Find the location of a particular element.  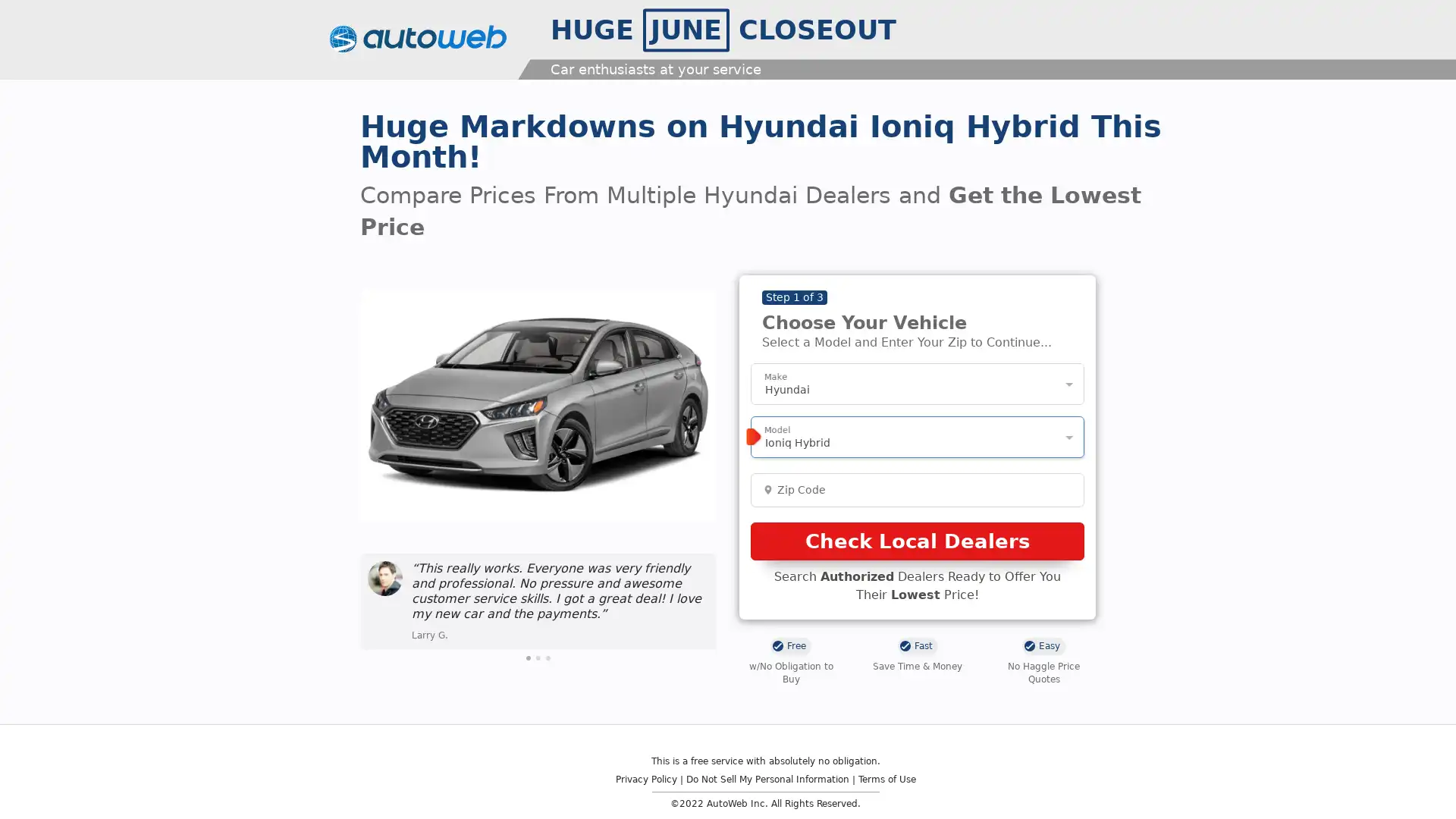

Open accessibility options, statement and help is located at coordinates (32, 786).